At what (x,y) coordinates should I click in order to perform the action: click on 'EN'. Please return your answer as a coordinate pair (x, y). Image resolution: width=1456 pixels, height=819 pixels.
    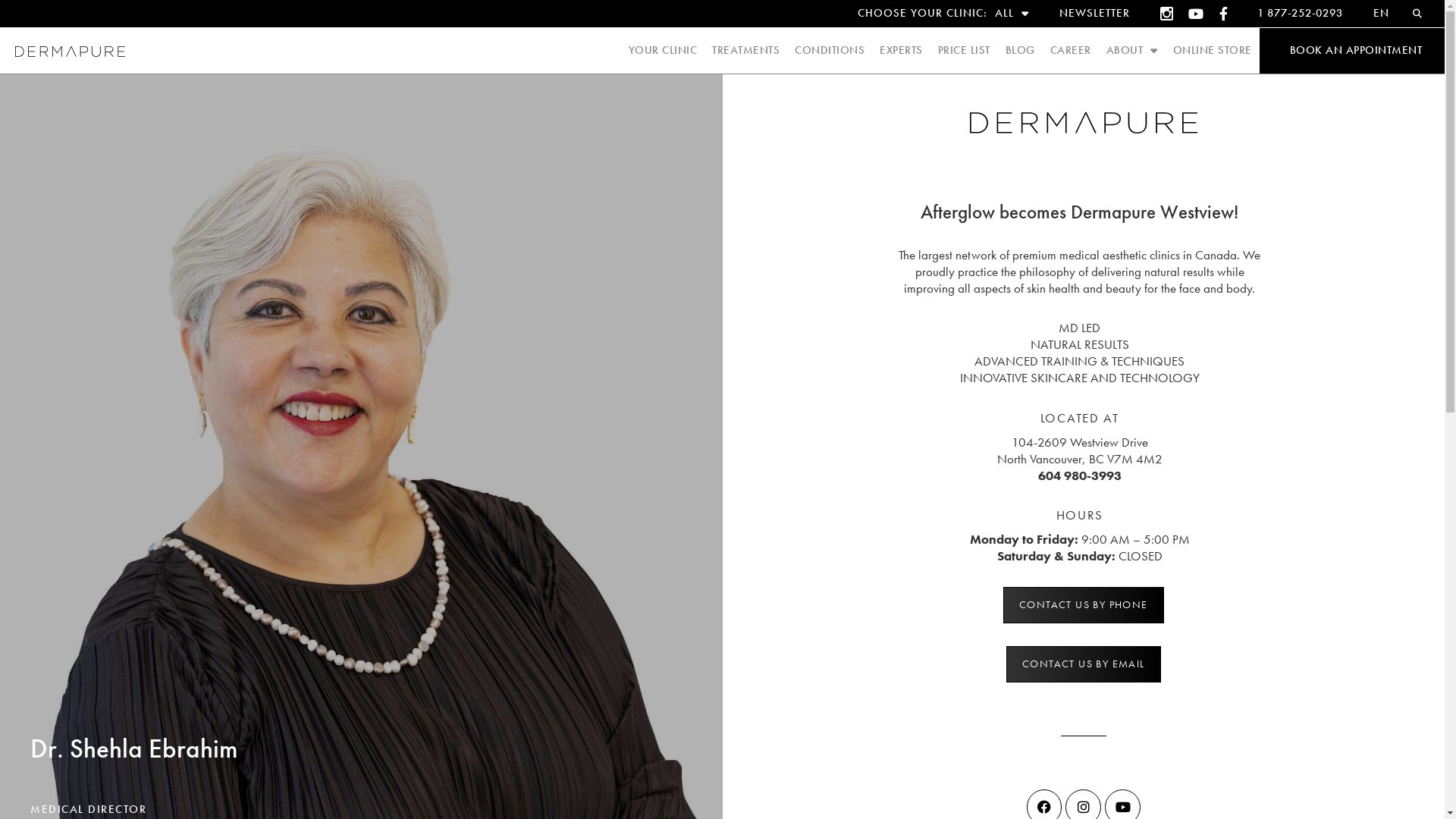
    Looking at the image, I should click on (1357, 14).